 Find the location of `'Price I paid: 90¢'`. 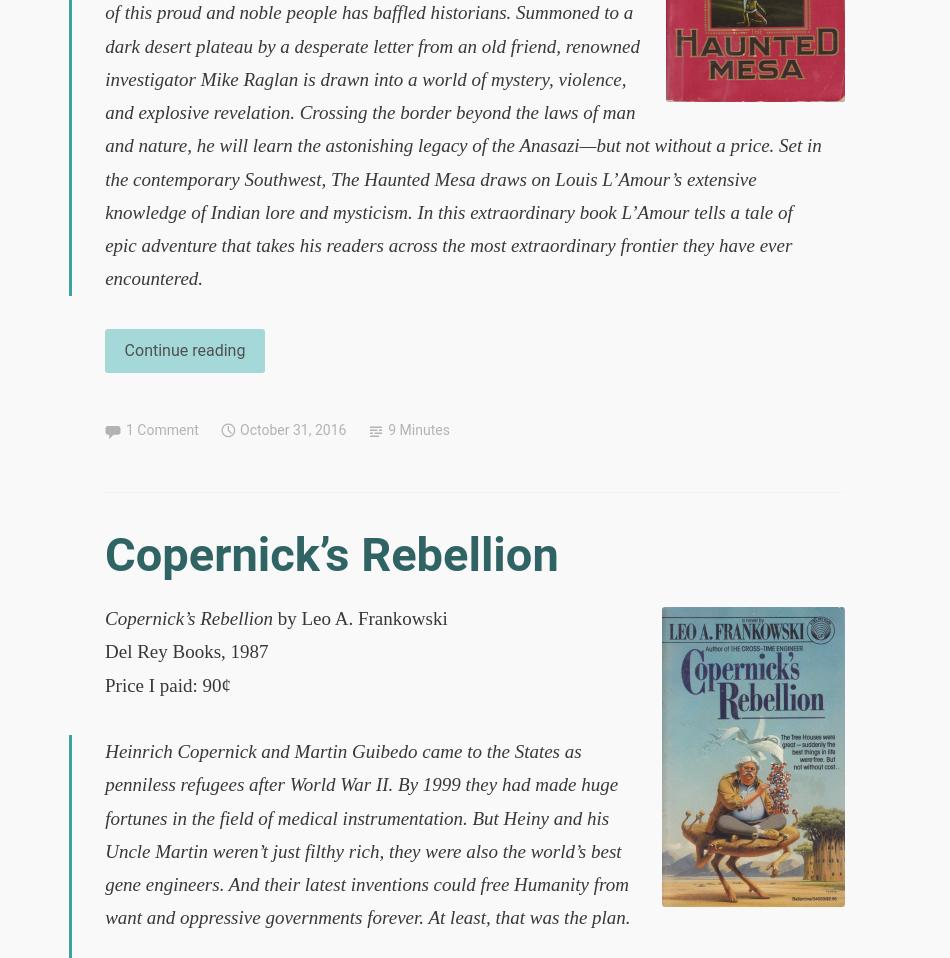

'Price I paid: 90¢' is located at coordinates (167, 683).